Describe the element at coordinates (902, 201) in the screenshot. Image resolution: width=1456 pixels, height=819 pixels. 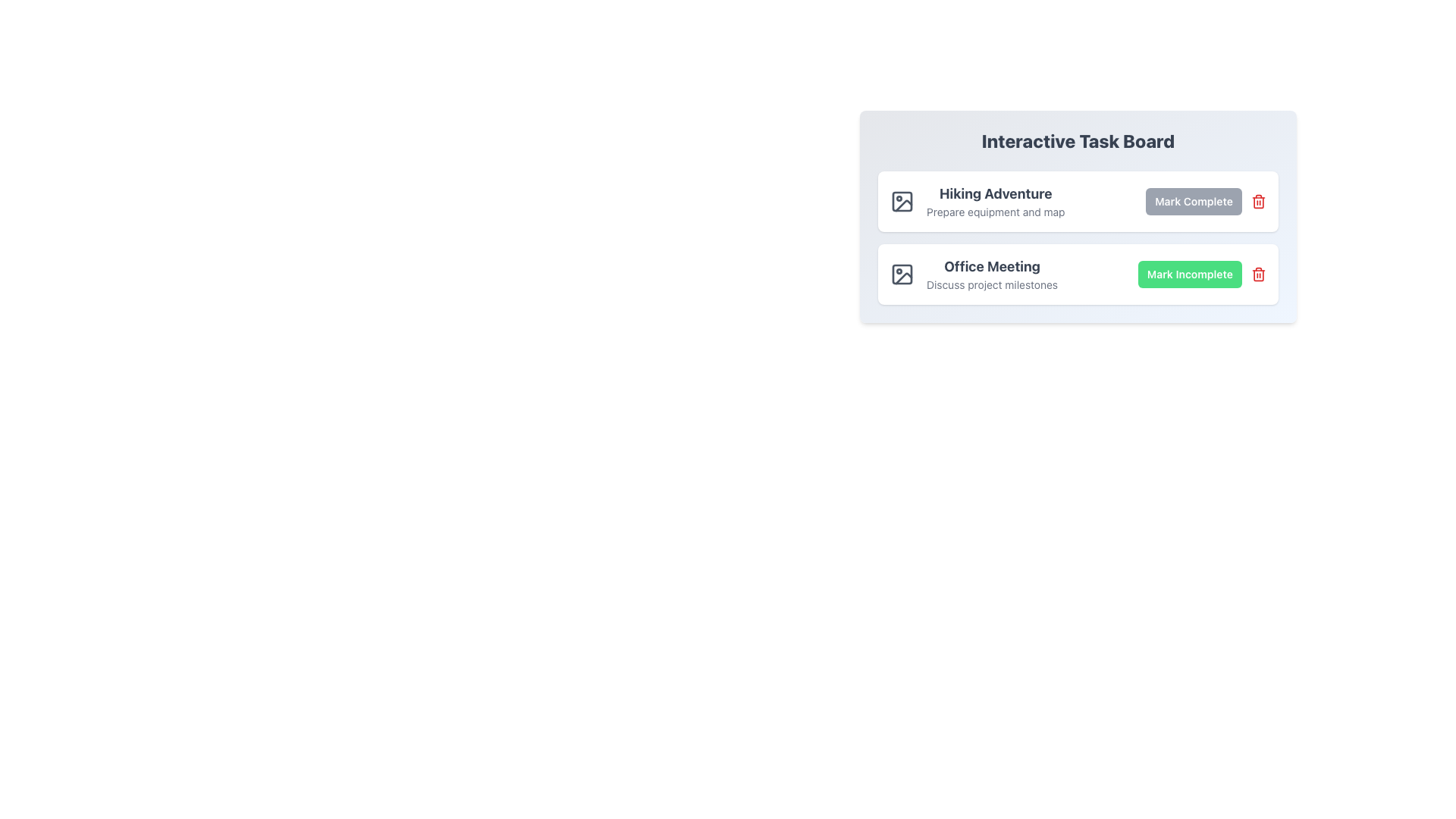
I see `the gray rectangular SVG element that is part of the icon for the 'Hiking Adventure' task entry, located near the top-left corner of the icon` at that location.